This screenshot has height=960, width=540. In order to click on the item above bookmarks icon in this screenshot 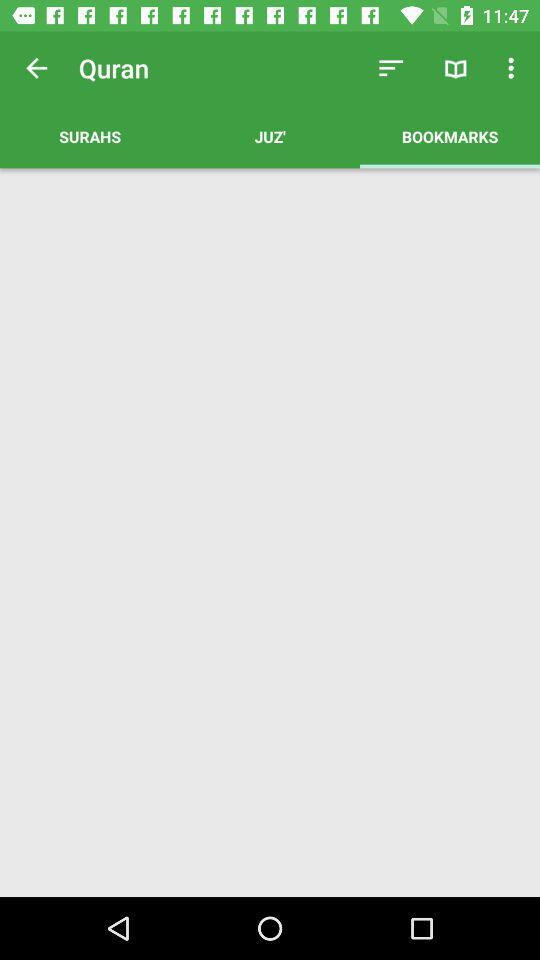, I will do `click(513, 68)`.